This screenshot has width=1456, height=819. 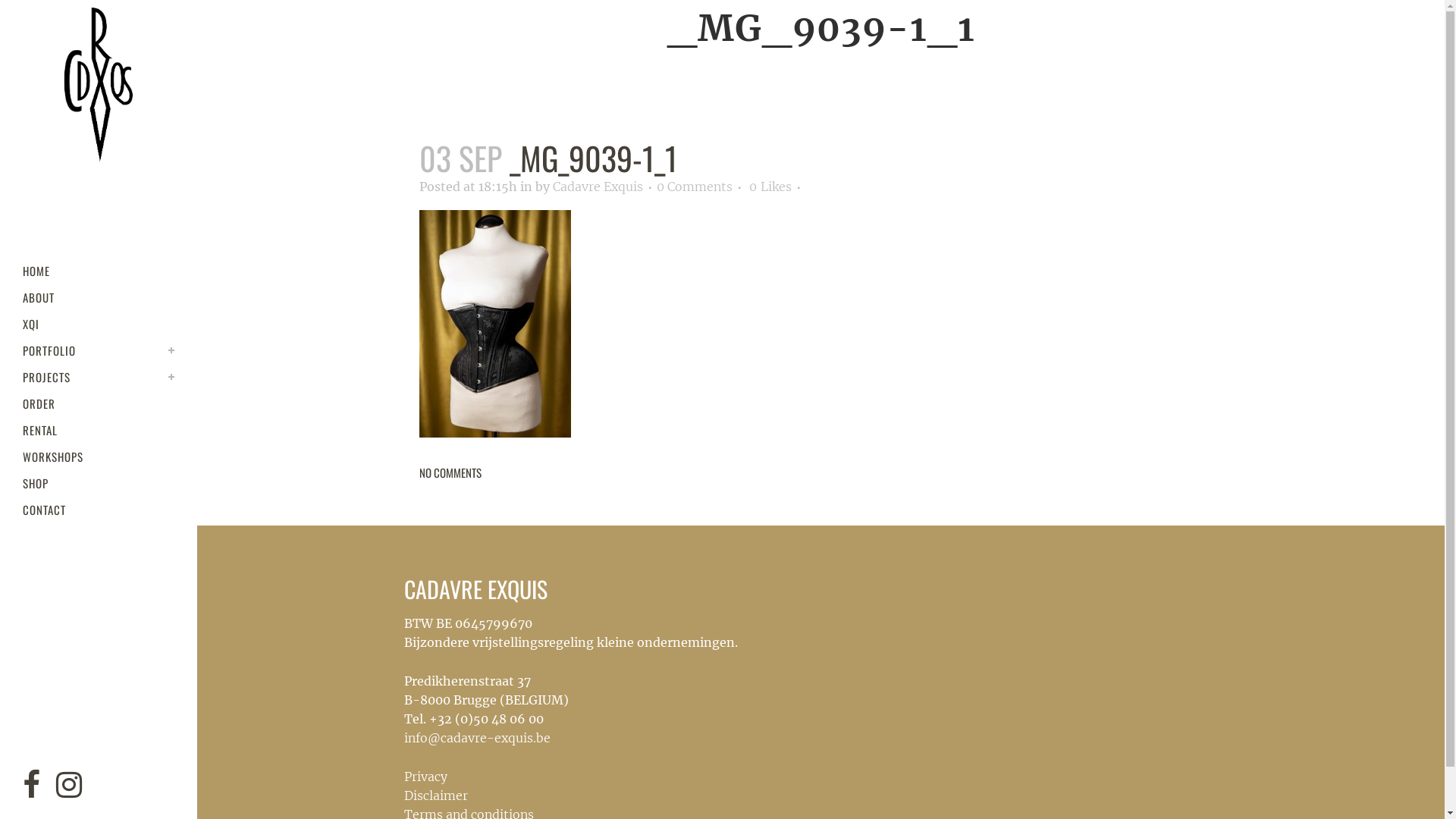 What do you see at coordinates (425, 776) in the screenshot?
I see `'Privacy'` at bounding box center [425, 776].